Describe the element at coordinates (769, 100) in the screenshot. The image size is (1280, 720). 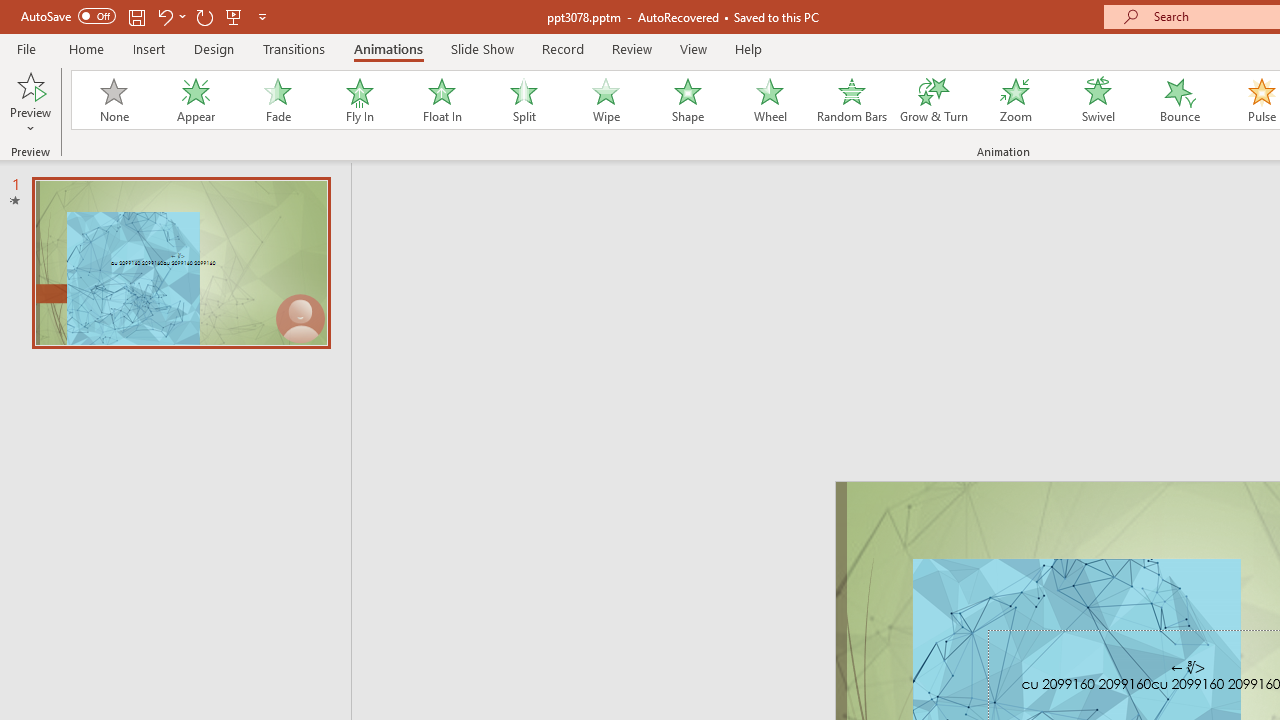
I see `'Wheel'` at that location.